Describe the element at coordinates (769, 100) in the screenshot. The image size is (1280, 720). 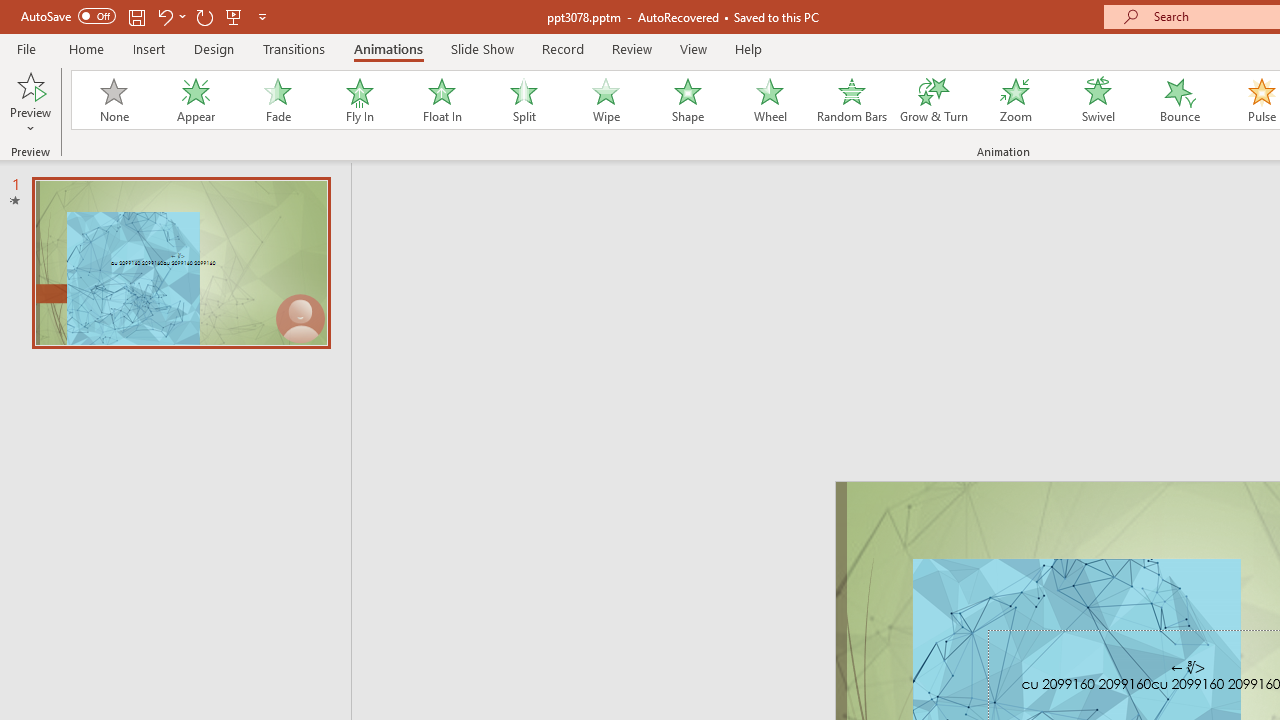
I see `'Wheel'` at that location.